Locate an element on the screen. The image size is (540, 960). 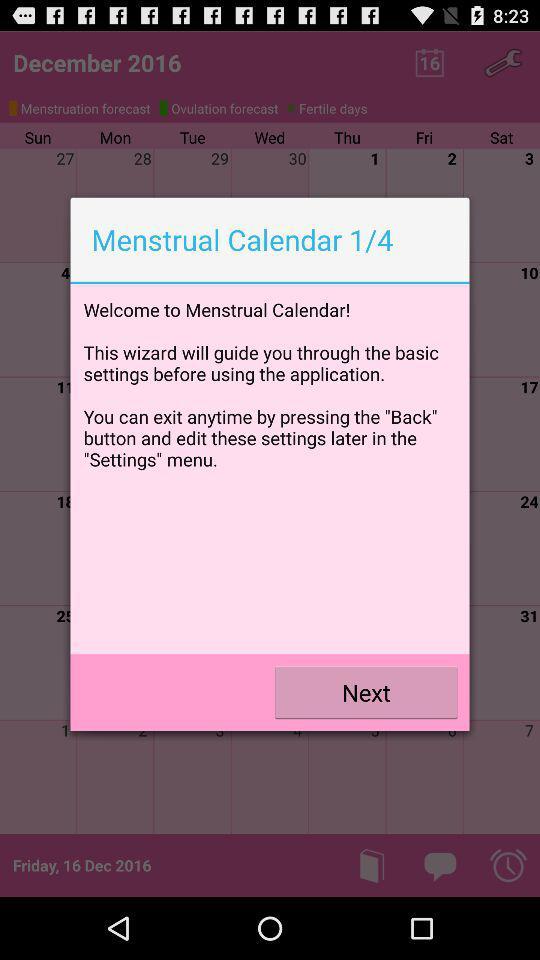
the next icon is located at coordinates (365, 692).